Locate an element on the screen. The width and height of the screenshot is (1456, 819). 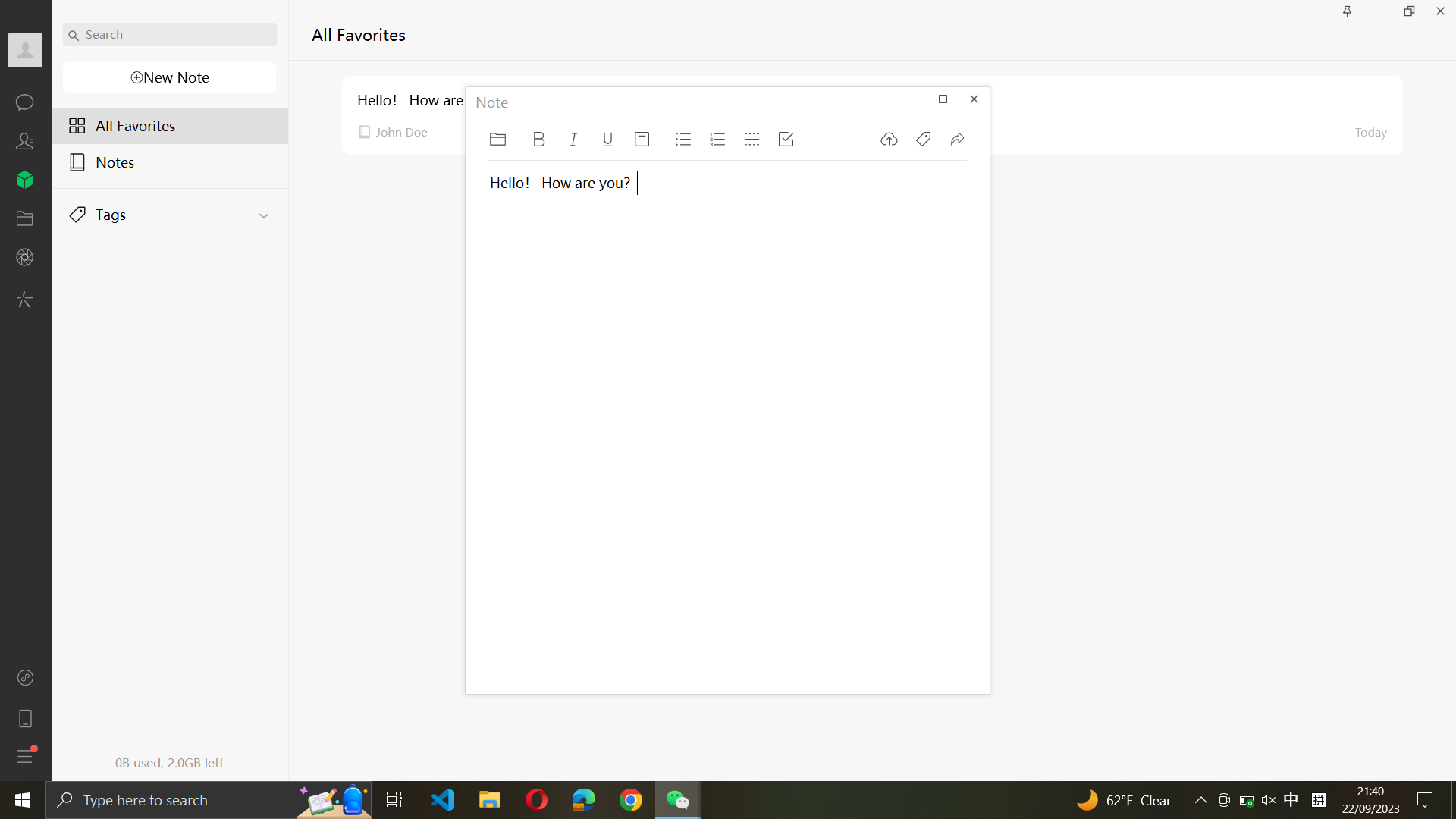
Maximize the current note window is located at coordinates (942, 97).